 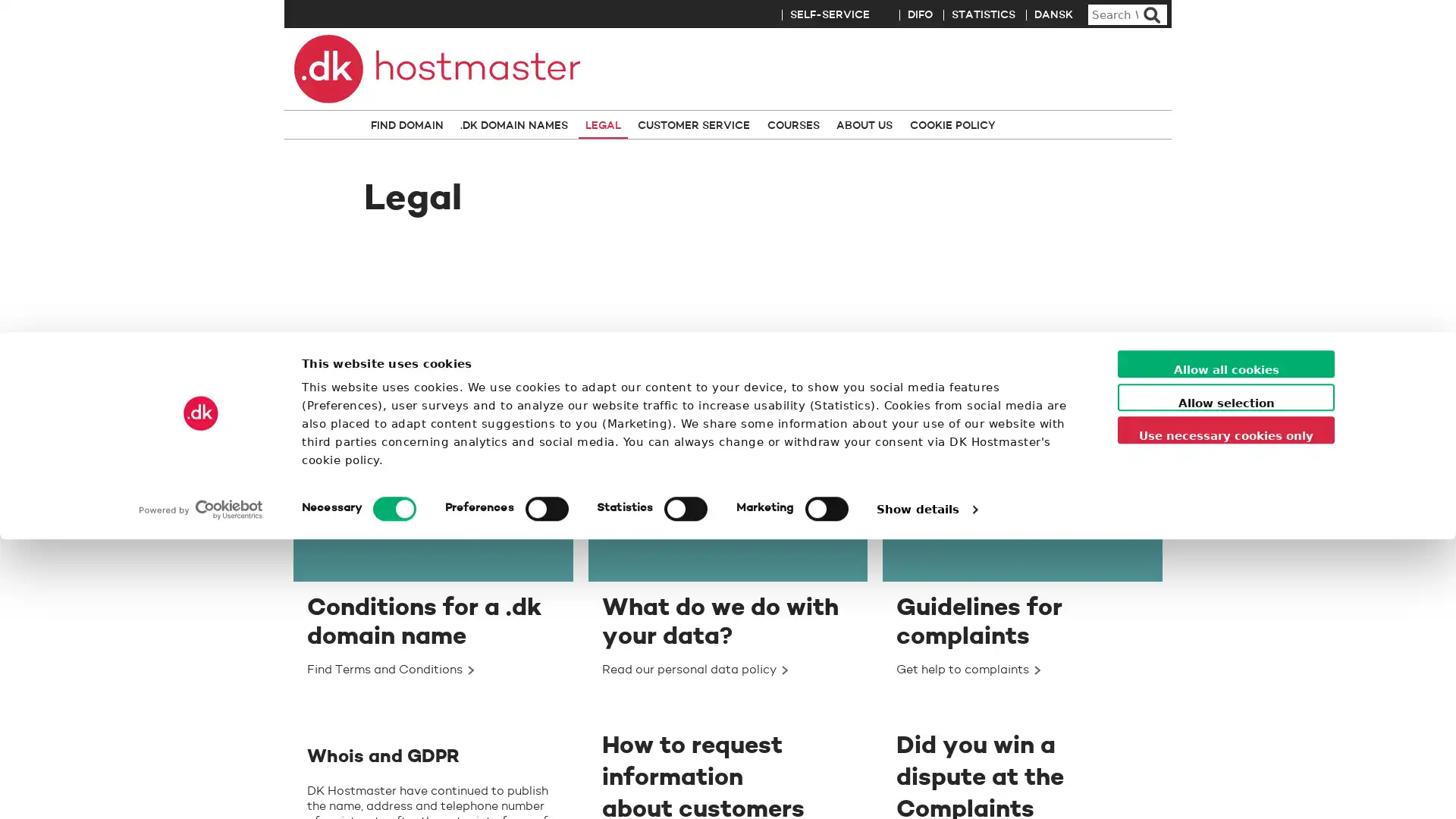 I want to click on Allow all cookies, so click(x=1226, y=643).